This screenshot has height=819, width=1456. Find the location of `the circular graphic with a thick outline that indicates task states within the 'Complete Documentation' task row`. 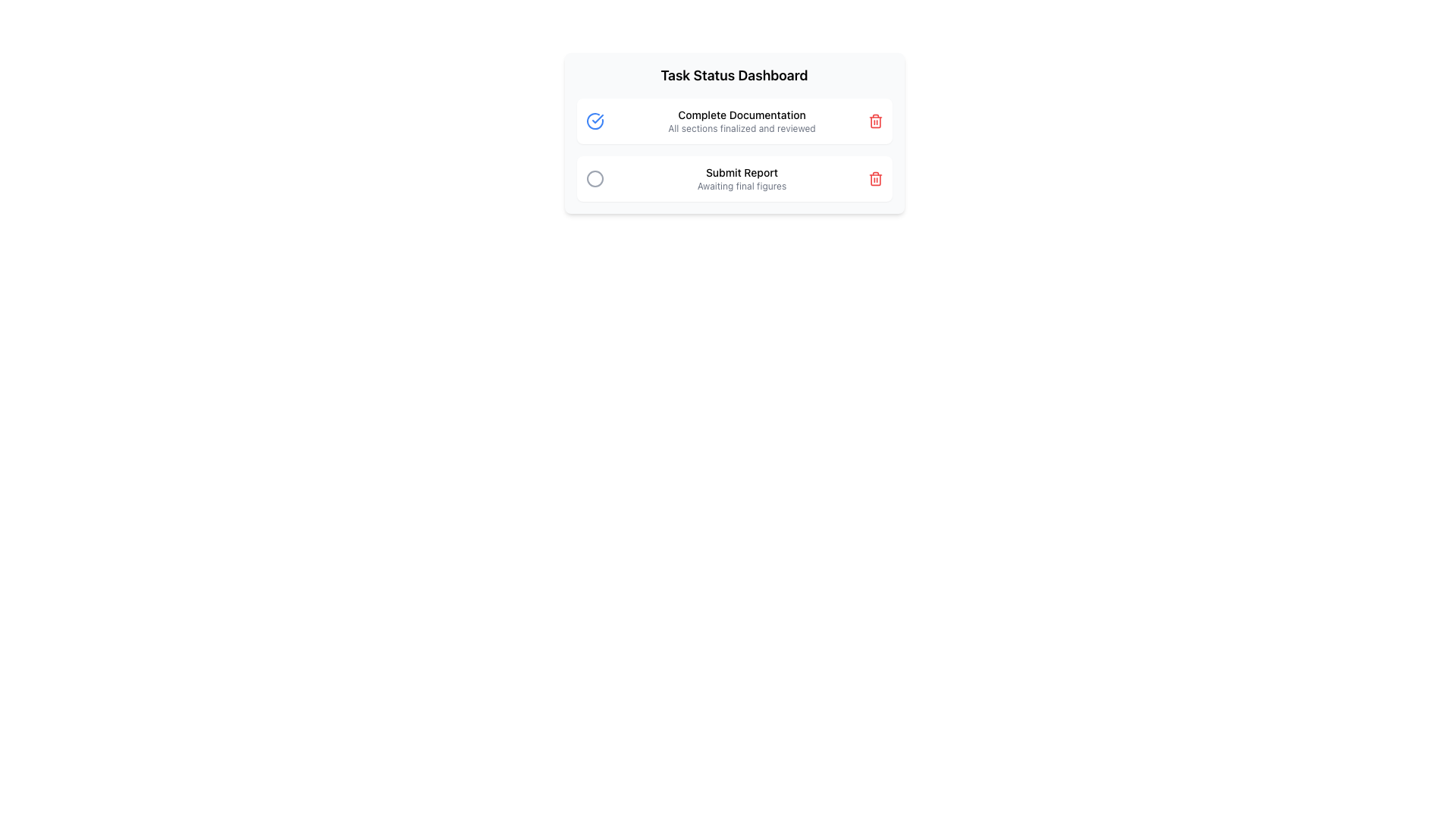

the circular graphic with a thick outline that indicates task states within the 'Complete Documentation' task row is located at coordinates (594, 120).